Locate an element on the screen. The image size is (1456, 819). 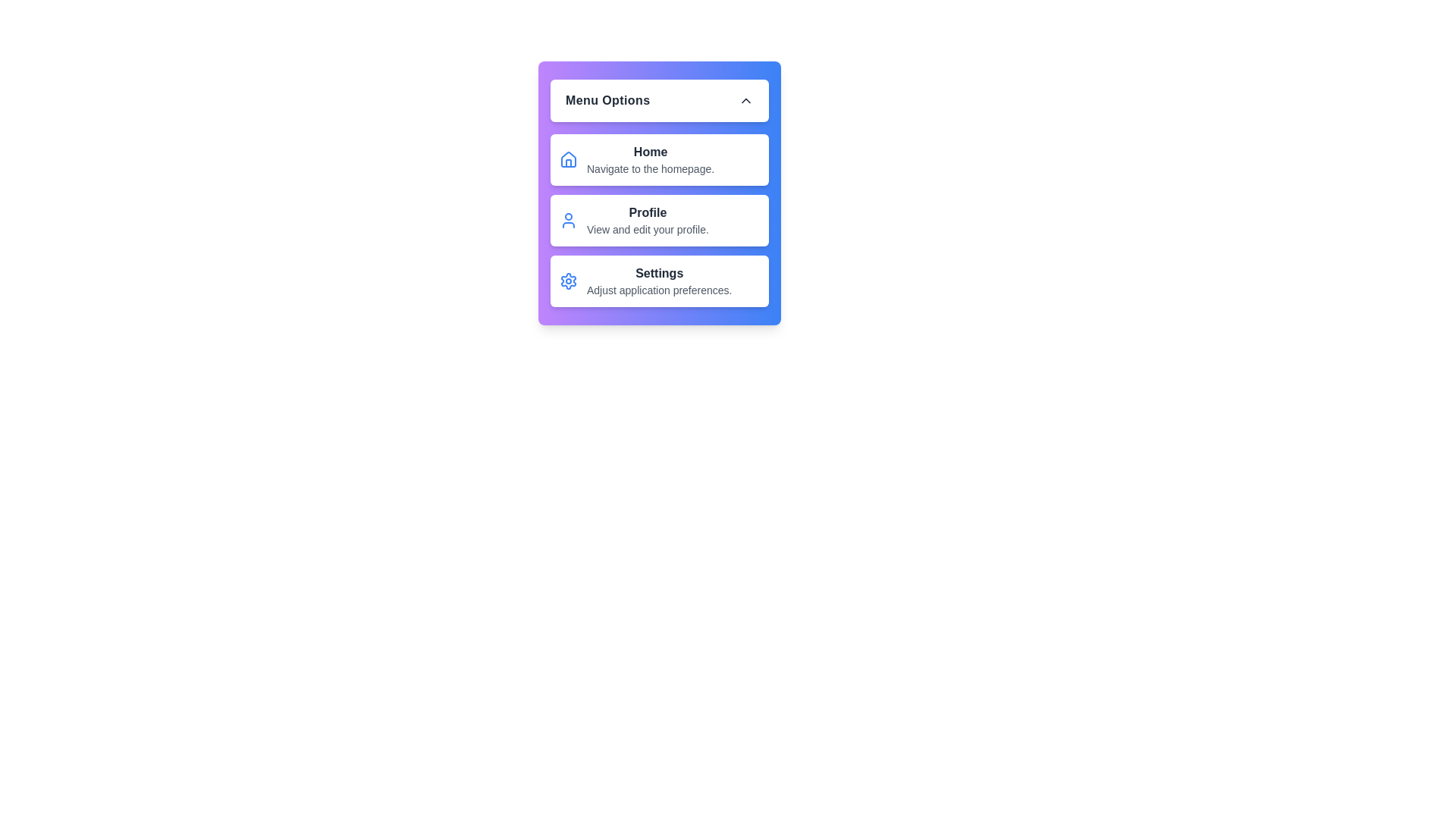
the icon corresponding to the menu option Home is located at coordinates (567, 160).